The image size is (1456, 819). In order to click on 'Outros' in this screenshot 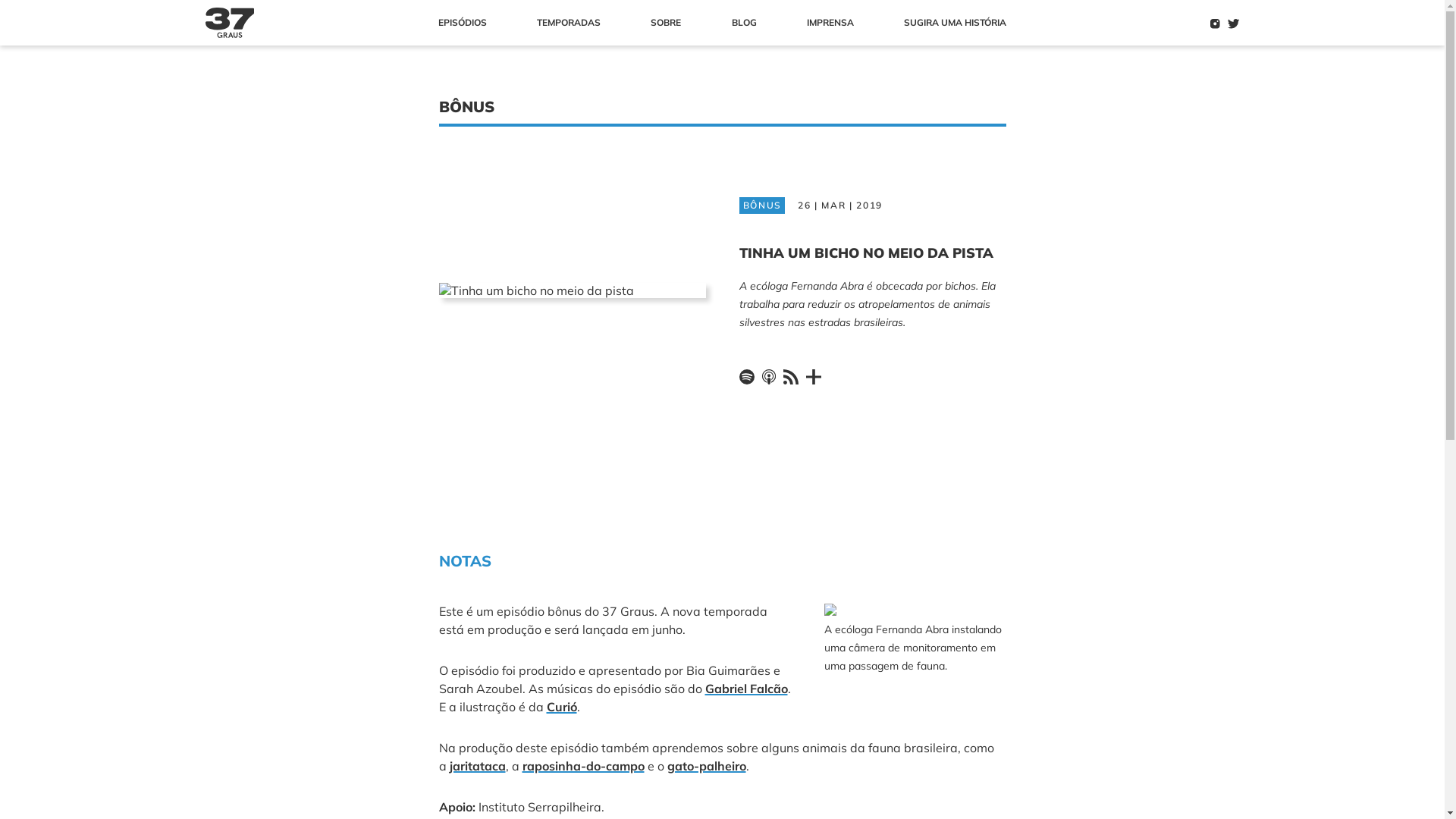, I will do `click(817, 375)`.